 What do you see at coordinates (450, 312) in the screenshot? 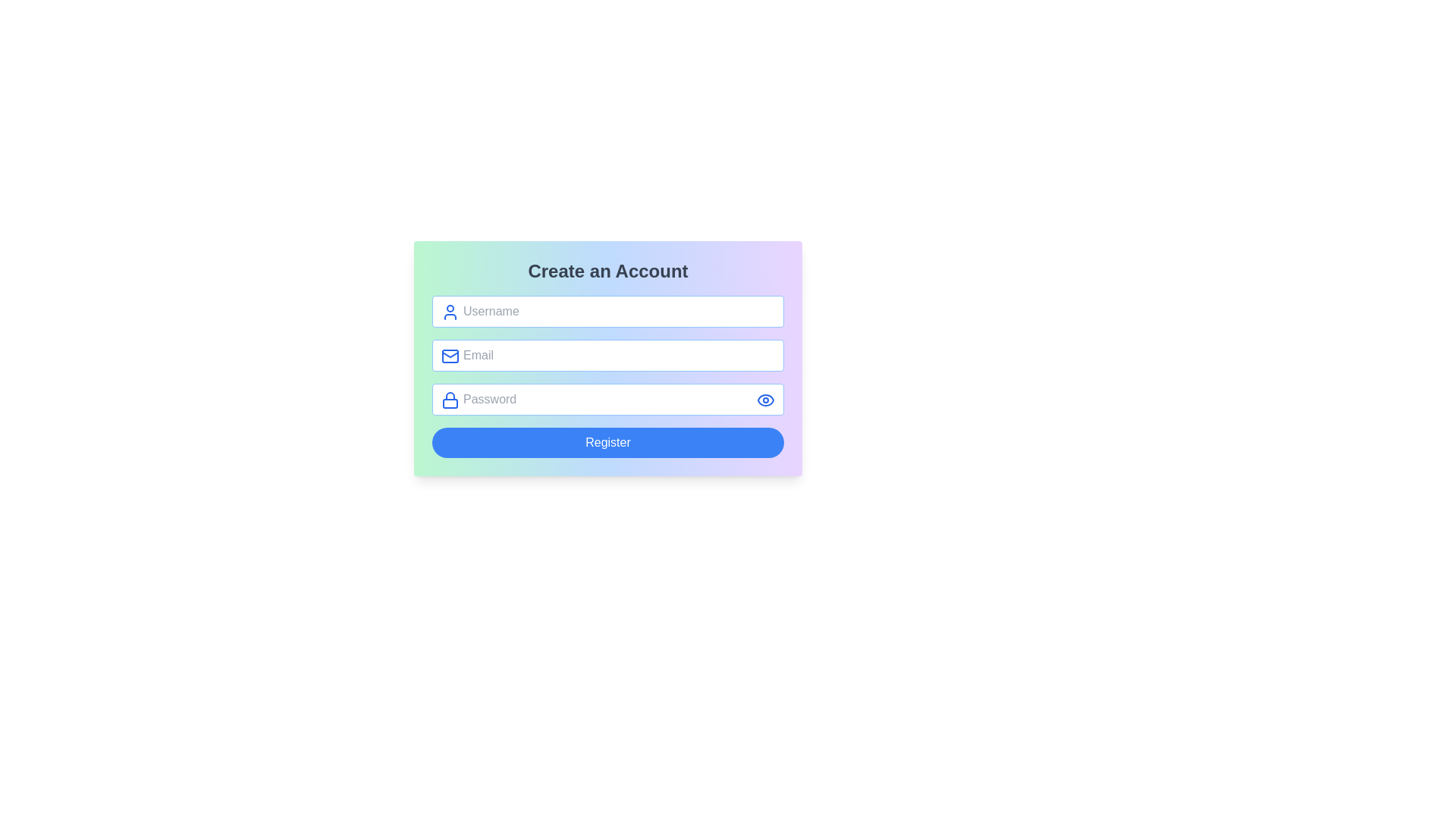
I see `the user silhouette icon located inside the input field for the 'Username' attribute, positioned to the left of the input area` at bounding box center [450, 312].